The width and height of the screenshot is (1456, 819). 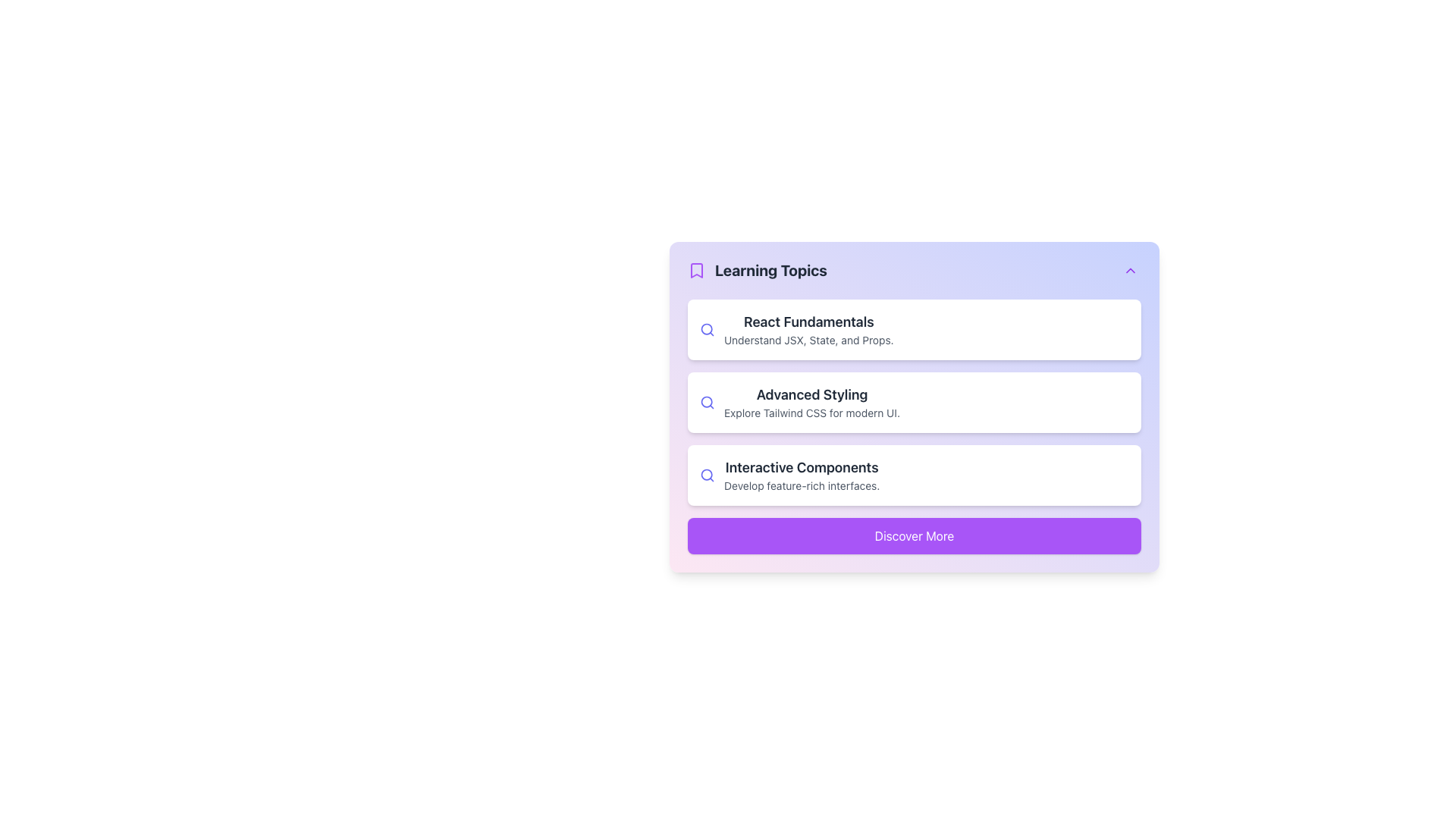 I want to click on the indigo magnifying glass icon, which represents the search functionality, located to the left of the 'Interactive Components' text in the 'Learning Topics' card, so click(x=706, y=475).